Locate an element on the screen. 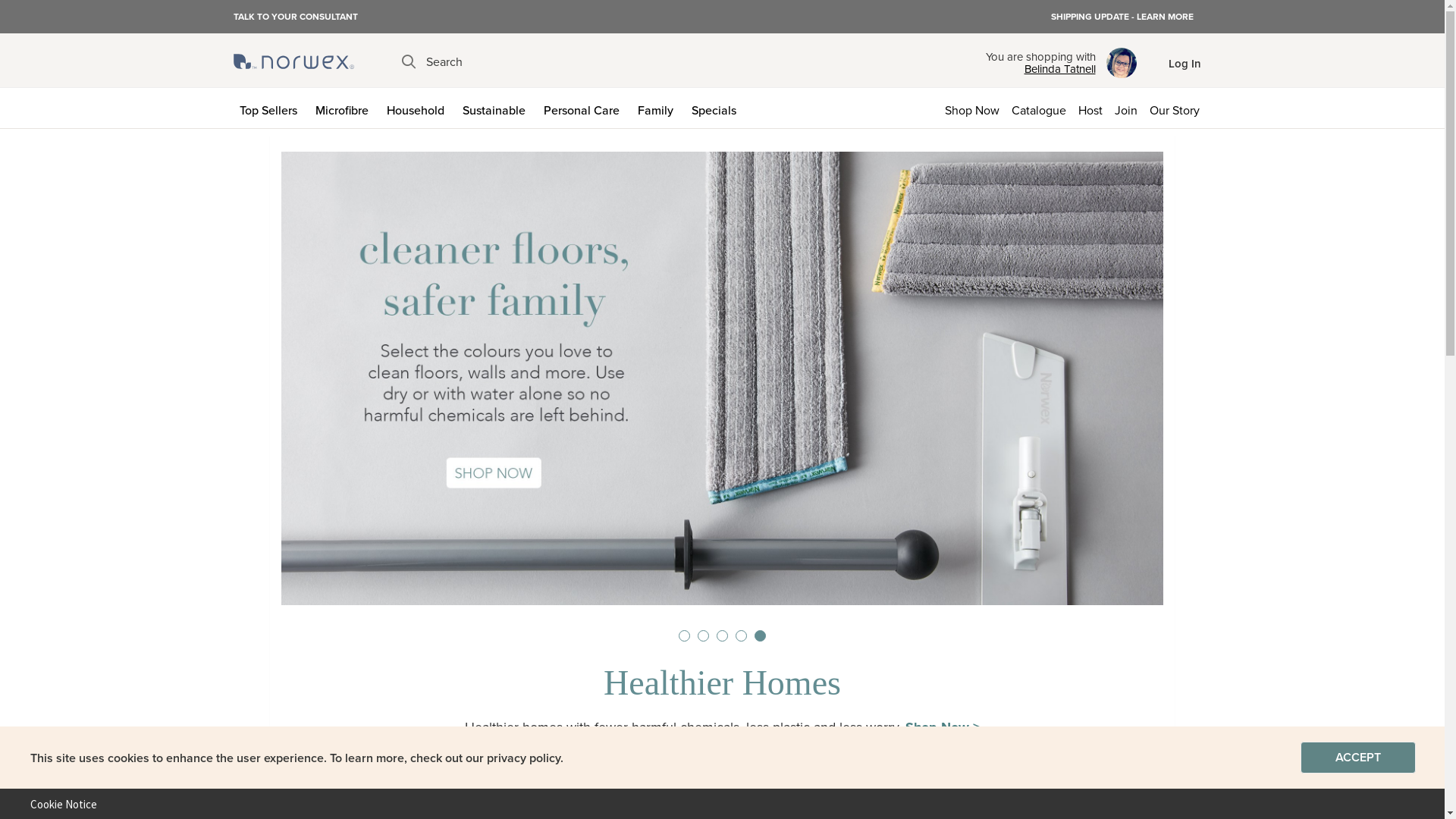  'Shop Now >' is located at coordinates (905, 726).